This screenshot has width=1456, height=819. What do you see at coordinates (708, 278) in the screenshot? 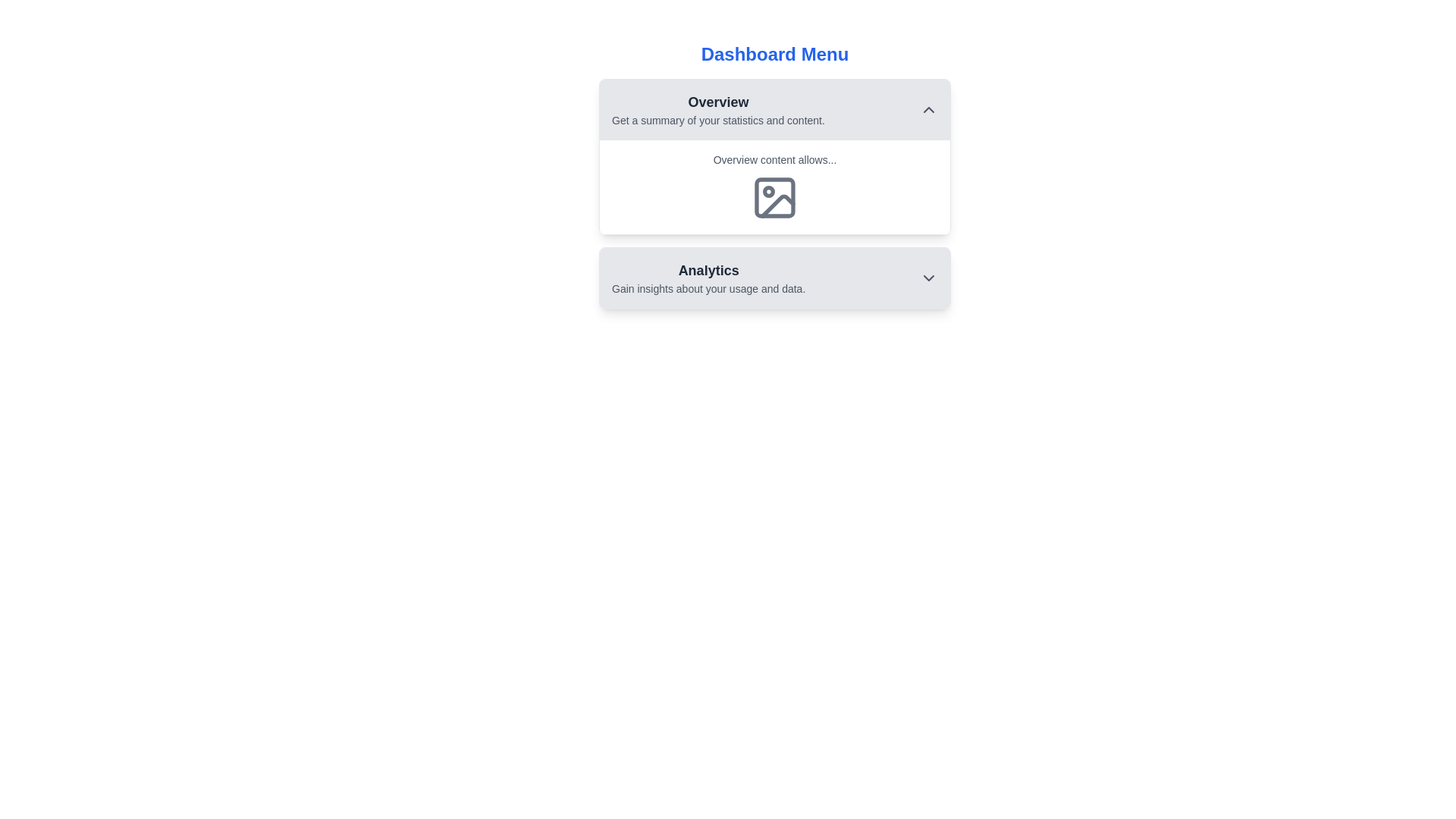
I see `the 'Analytics' text block which is located in the second section below the 'Overview' section` at bounding box center [708, 278].